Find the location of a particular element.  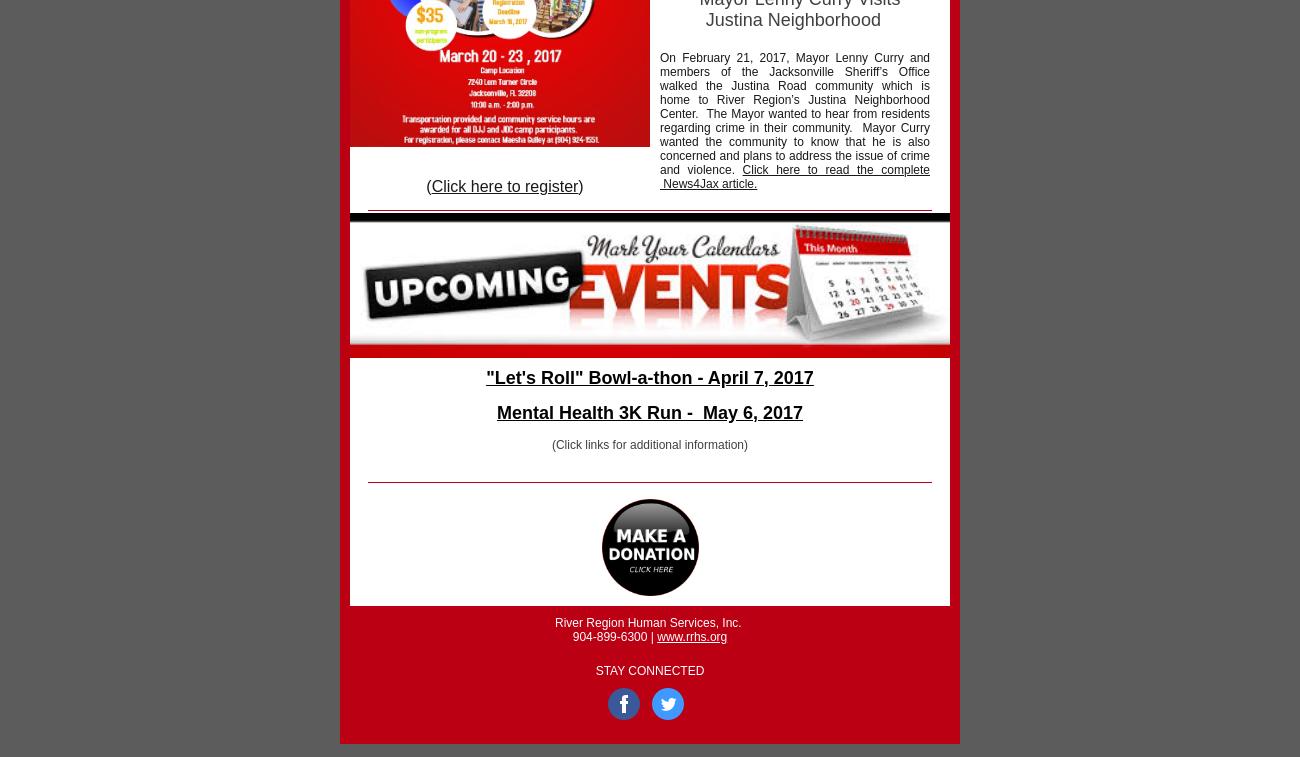

'STAY CONNECTED' is located at coordinates (649, 670).